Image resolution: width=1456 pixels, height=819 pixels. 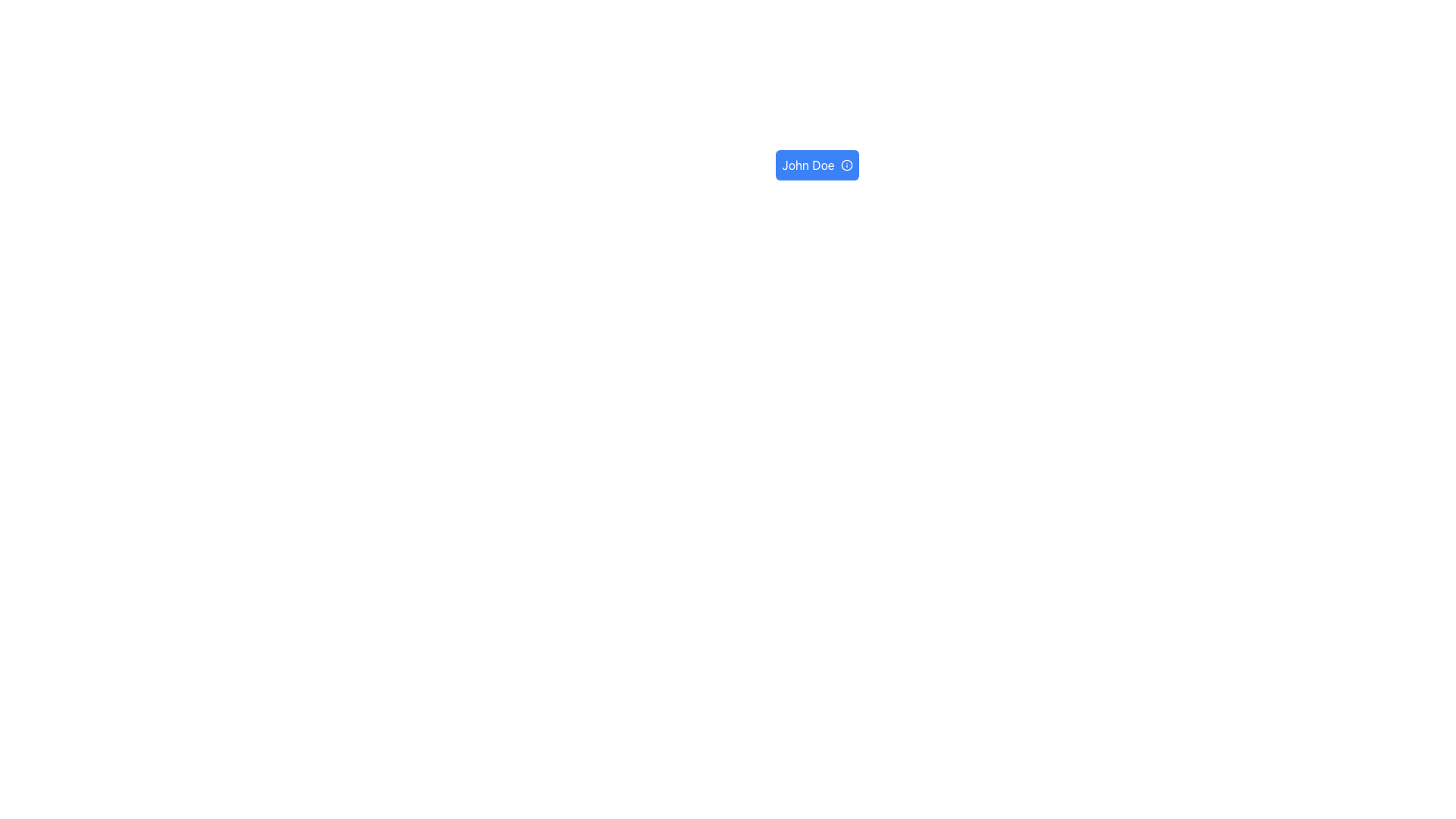 I want to click on the small circular info icon with a blue outline and a white interior, located to the right of the text label 'John Doe', so click(x=846, y=165).